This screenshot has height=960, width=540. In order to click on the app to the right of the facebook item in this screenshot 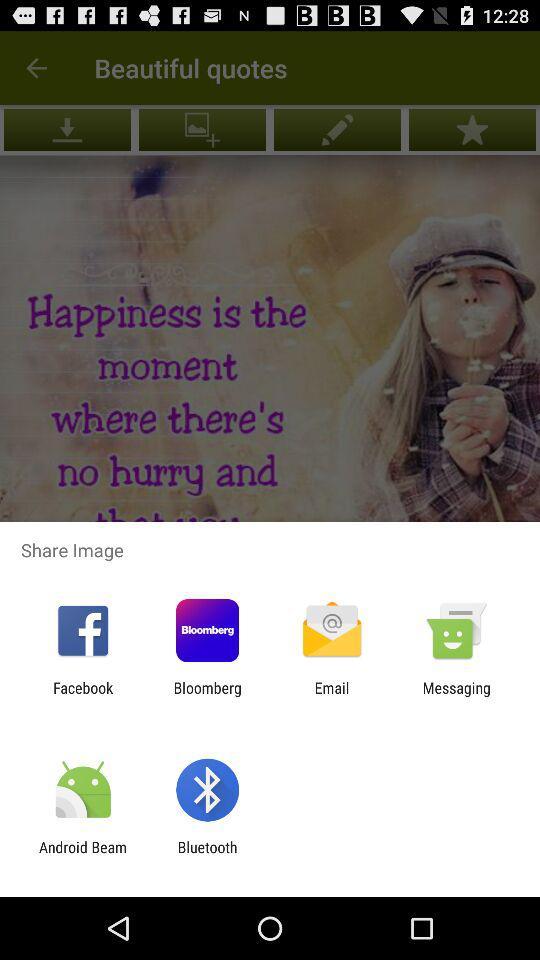, I will do `click(206, 696)`.